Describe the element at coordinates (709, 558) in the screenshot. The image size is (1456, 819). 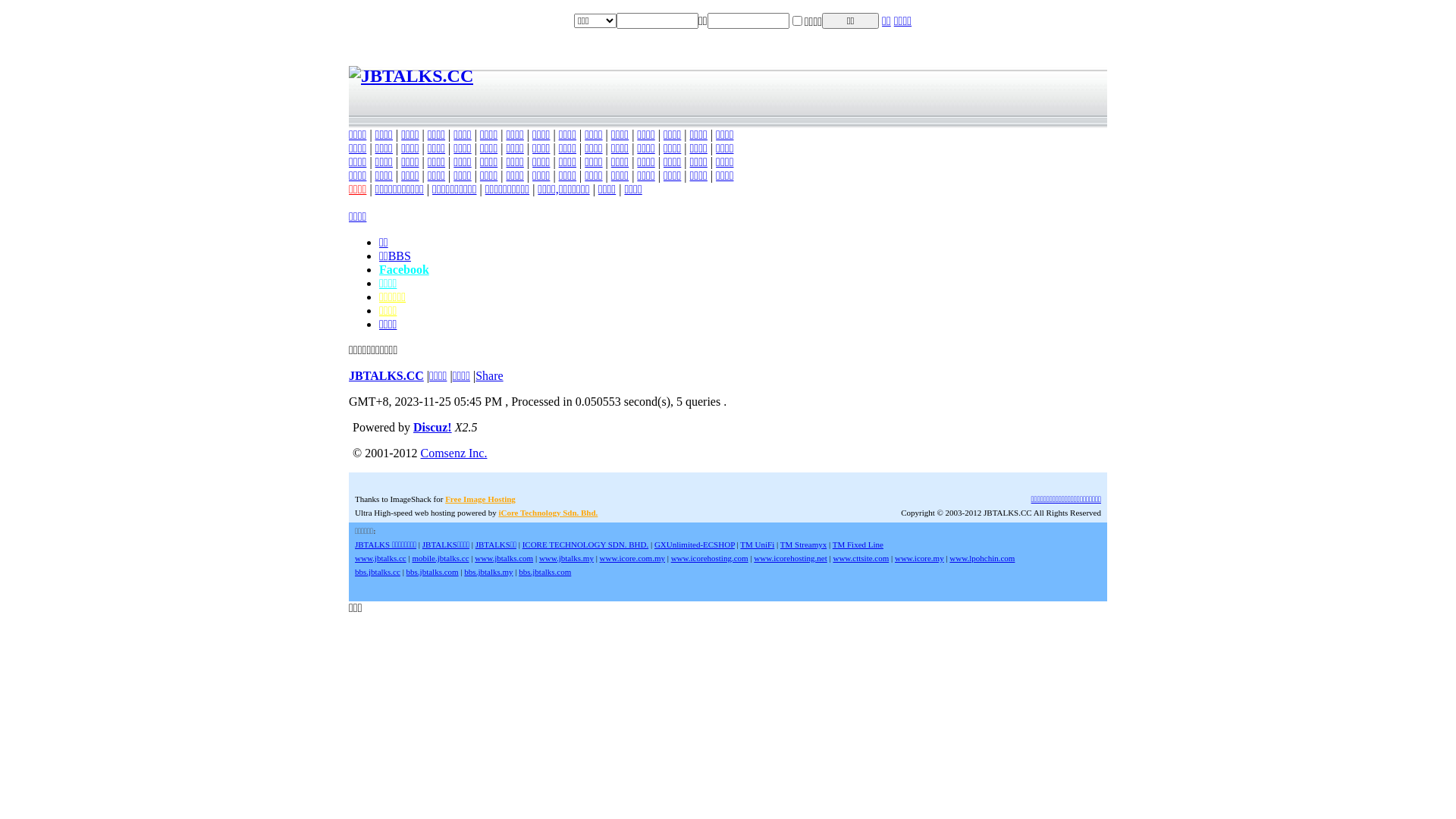
I see `'www.icorehosting.com'` at that location.